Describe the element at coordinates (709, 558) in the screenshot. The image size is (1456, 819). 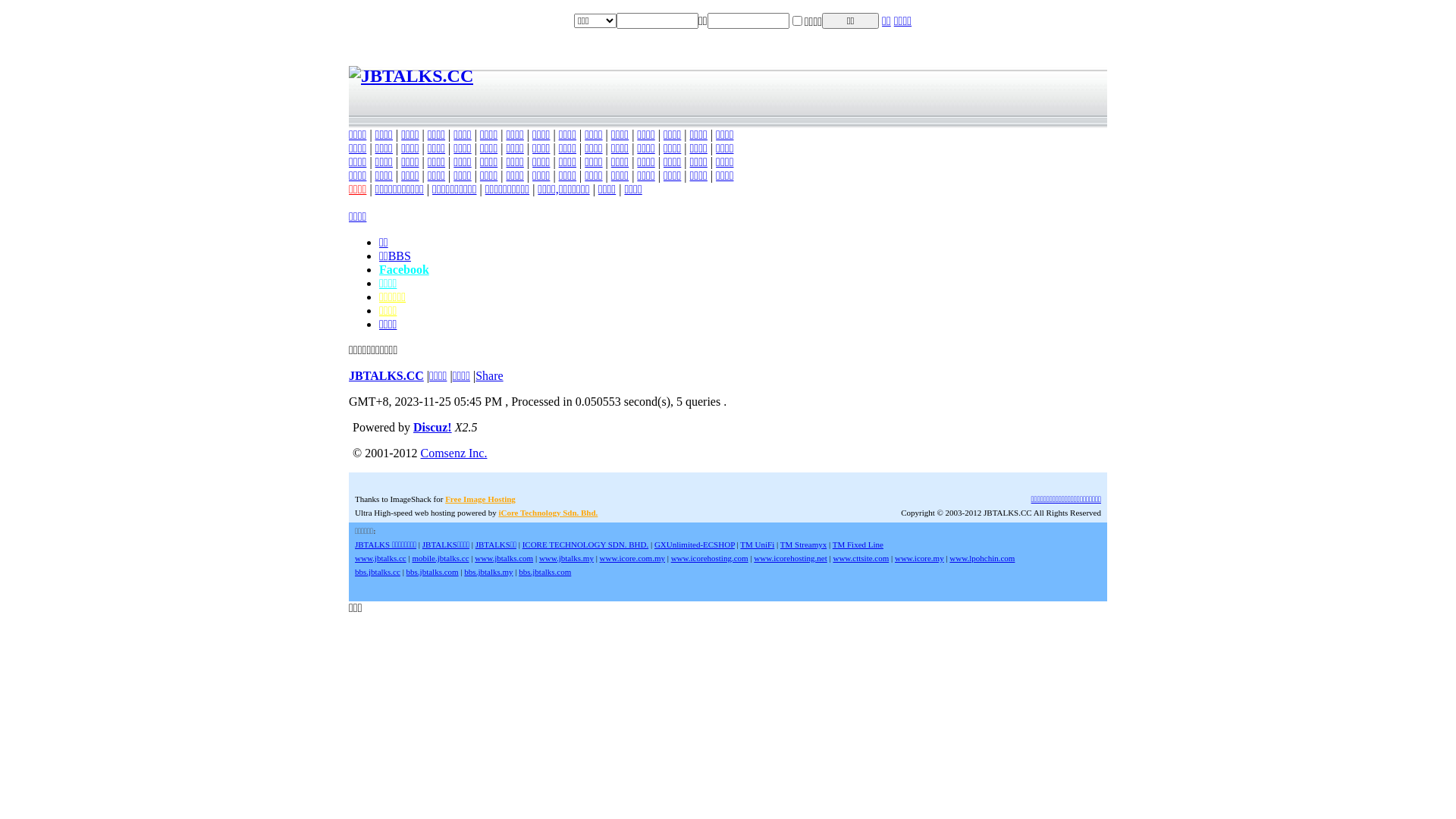
I see `'www.icorehosting.com'` at that location.